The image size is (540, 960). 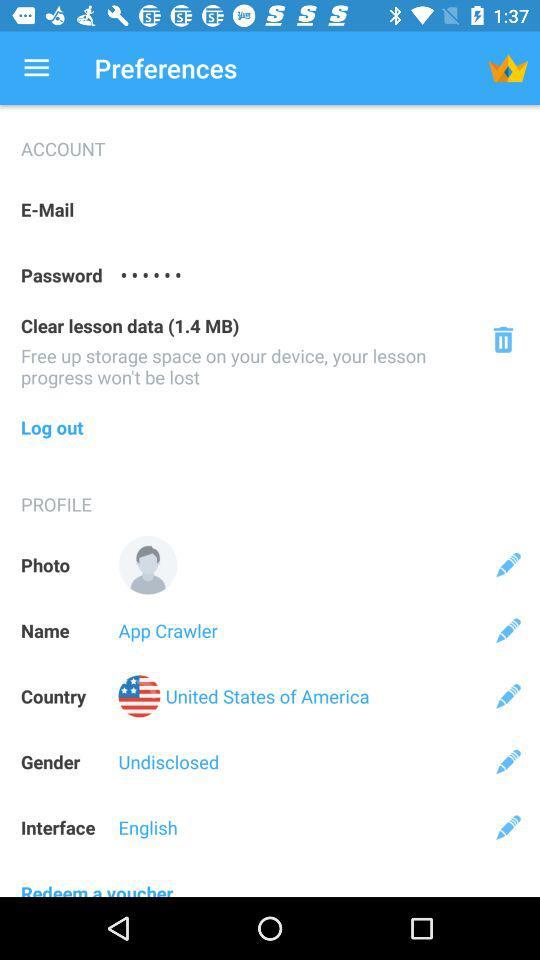 I want to click on item above account, so click(x=36, y=68).